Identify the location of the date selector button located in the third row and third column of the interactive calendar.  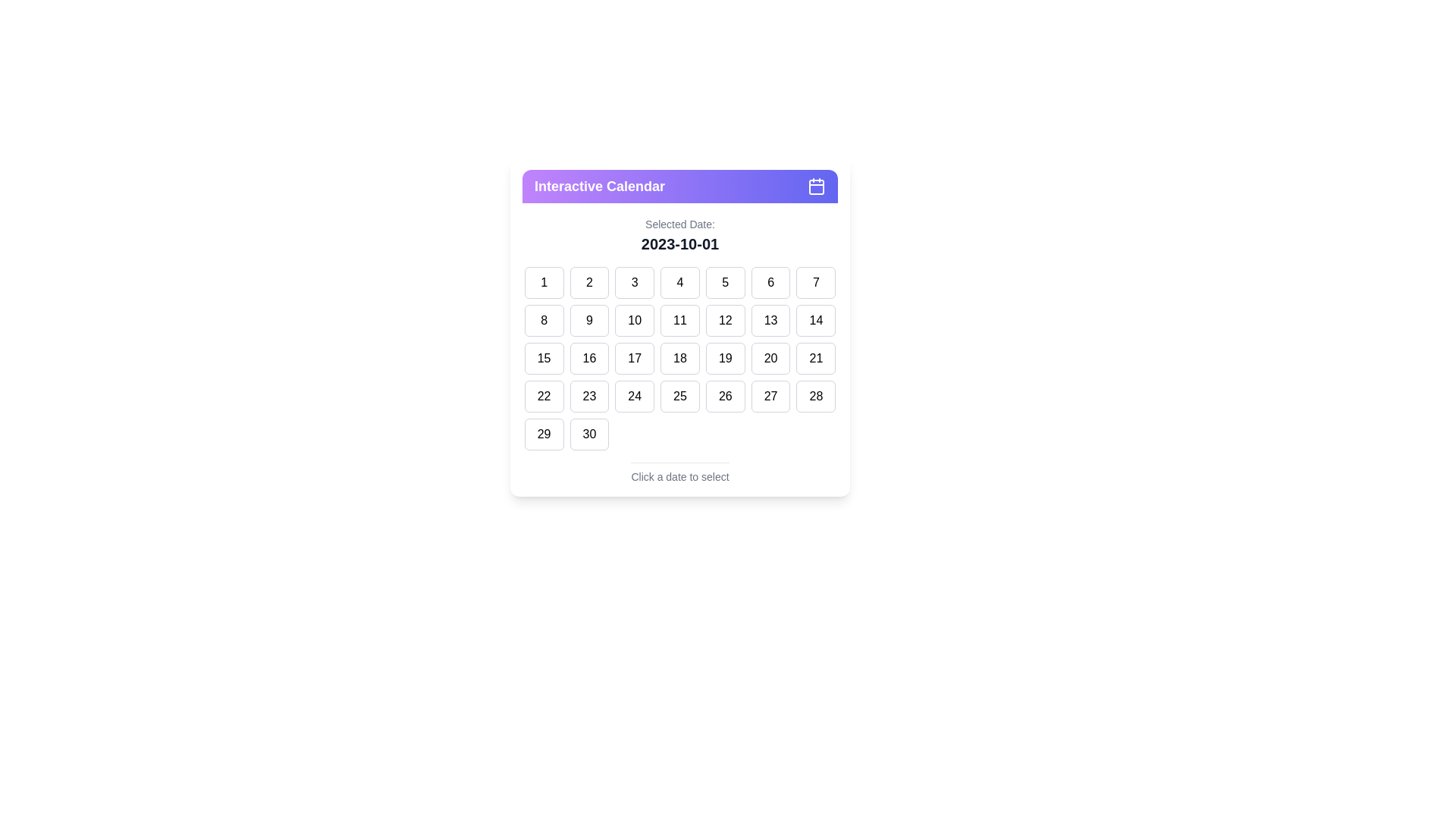
(635, 359).